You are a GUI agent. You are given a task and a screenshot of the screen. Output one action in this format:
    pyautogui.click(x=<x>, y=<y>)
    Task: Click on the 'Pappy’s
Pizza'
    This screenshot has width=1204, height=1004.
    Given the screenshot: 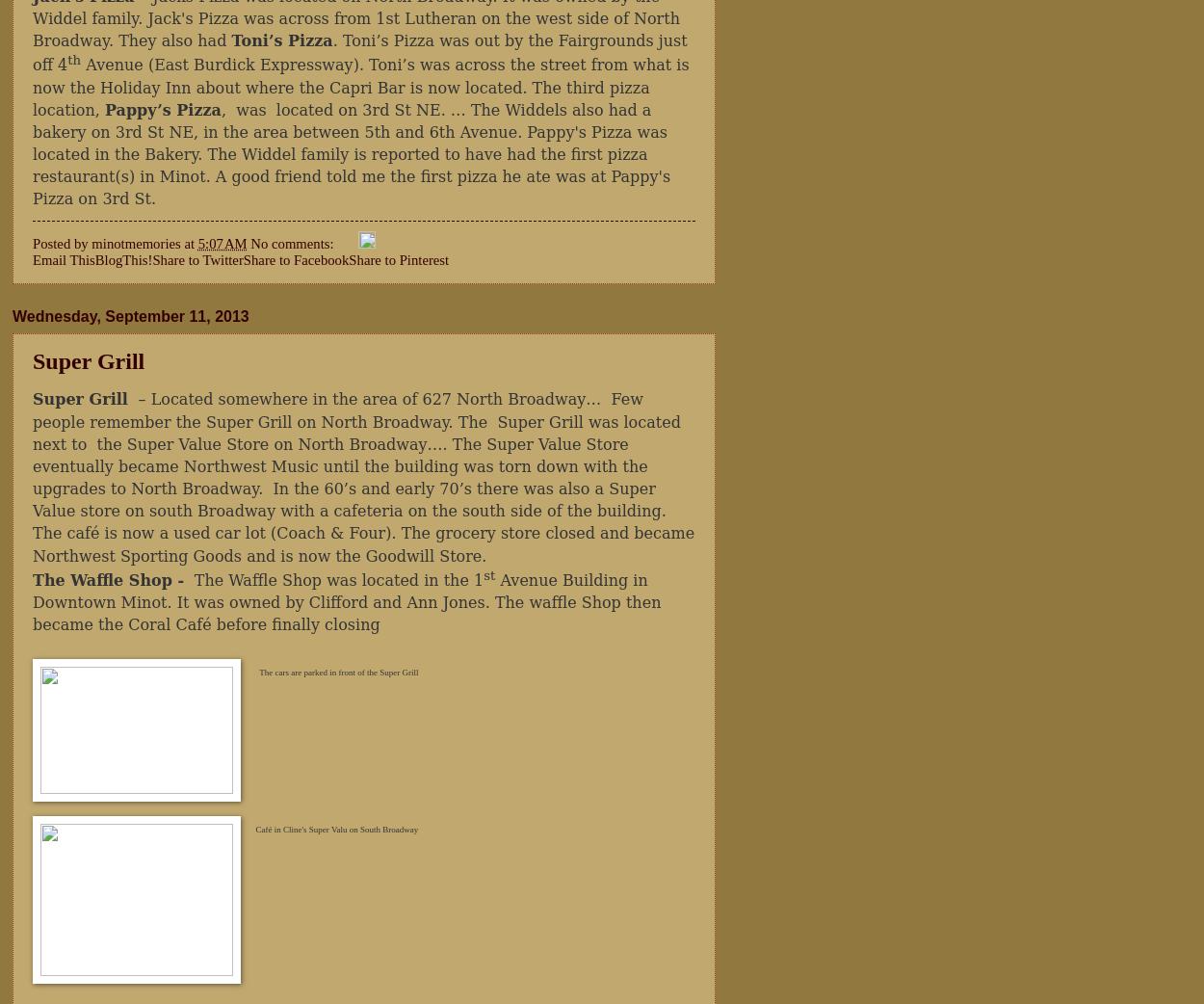 What is the action you would take?
    pyautogui.click(x=103, y=109)
    